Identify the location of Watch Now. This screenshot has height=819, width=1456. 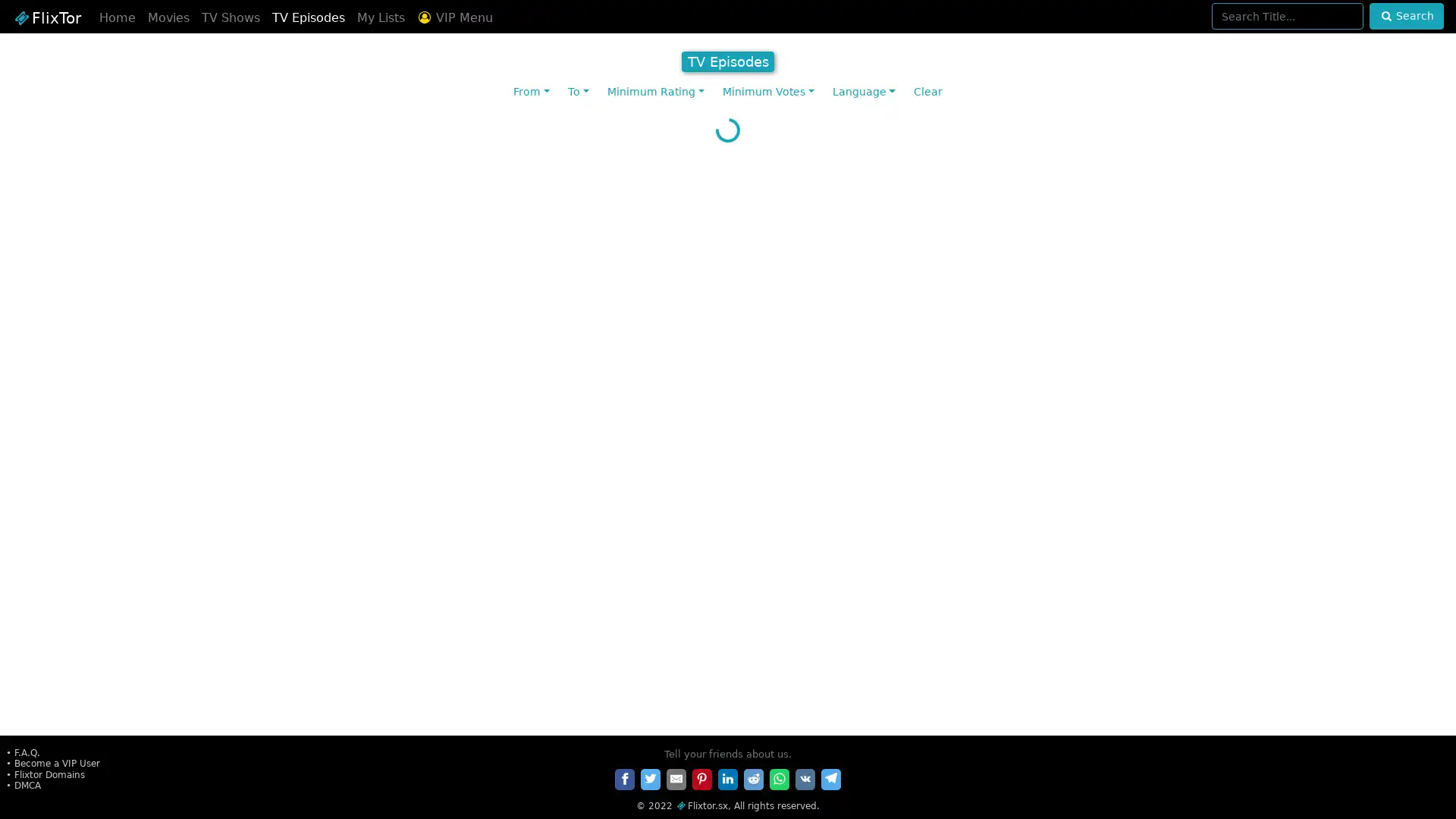
(1332, 523).